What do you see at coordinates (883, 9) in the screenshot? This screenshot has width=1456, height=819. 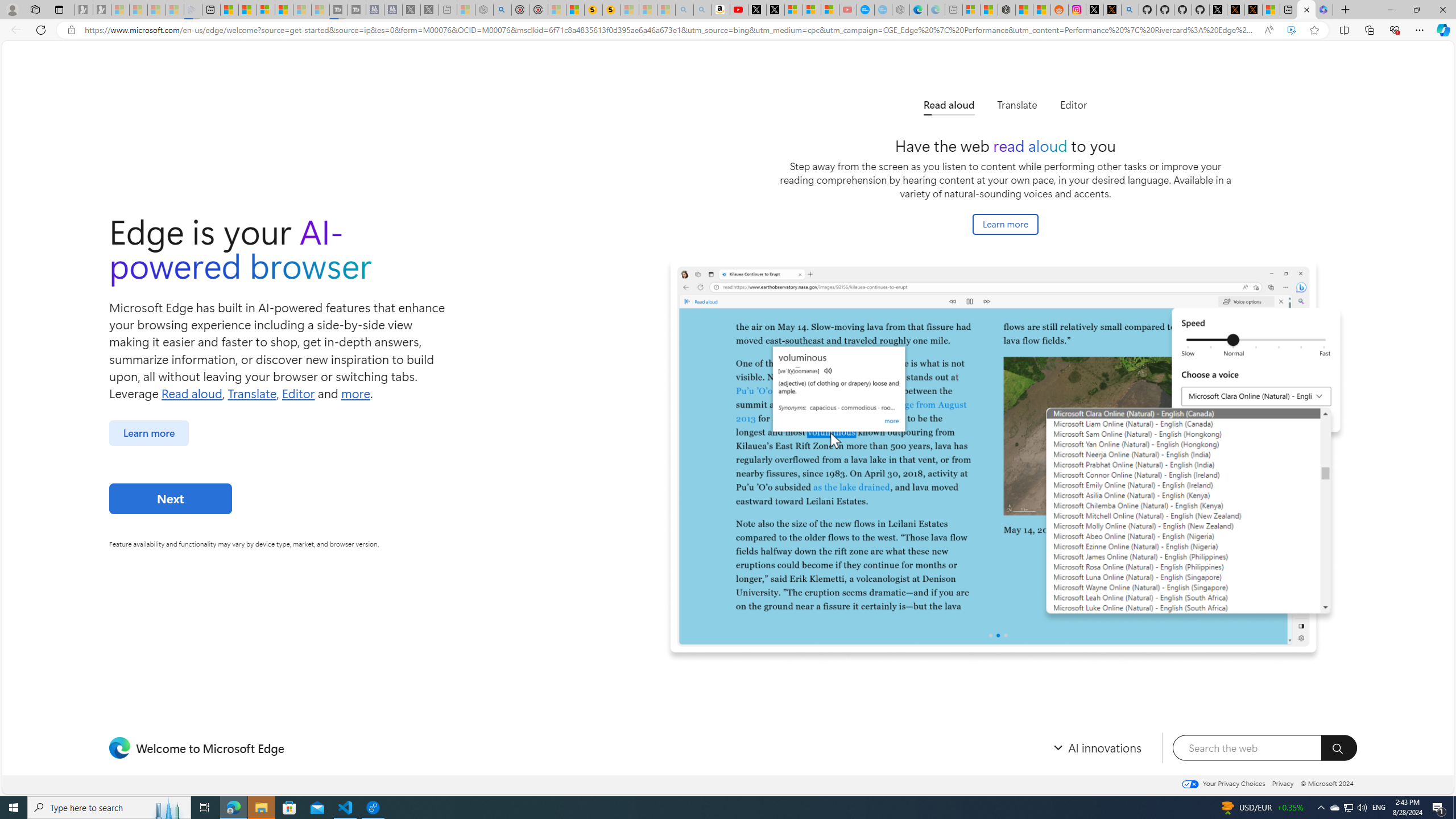 I see `'The most popular Google '` at bounding box center [883, 9].